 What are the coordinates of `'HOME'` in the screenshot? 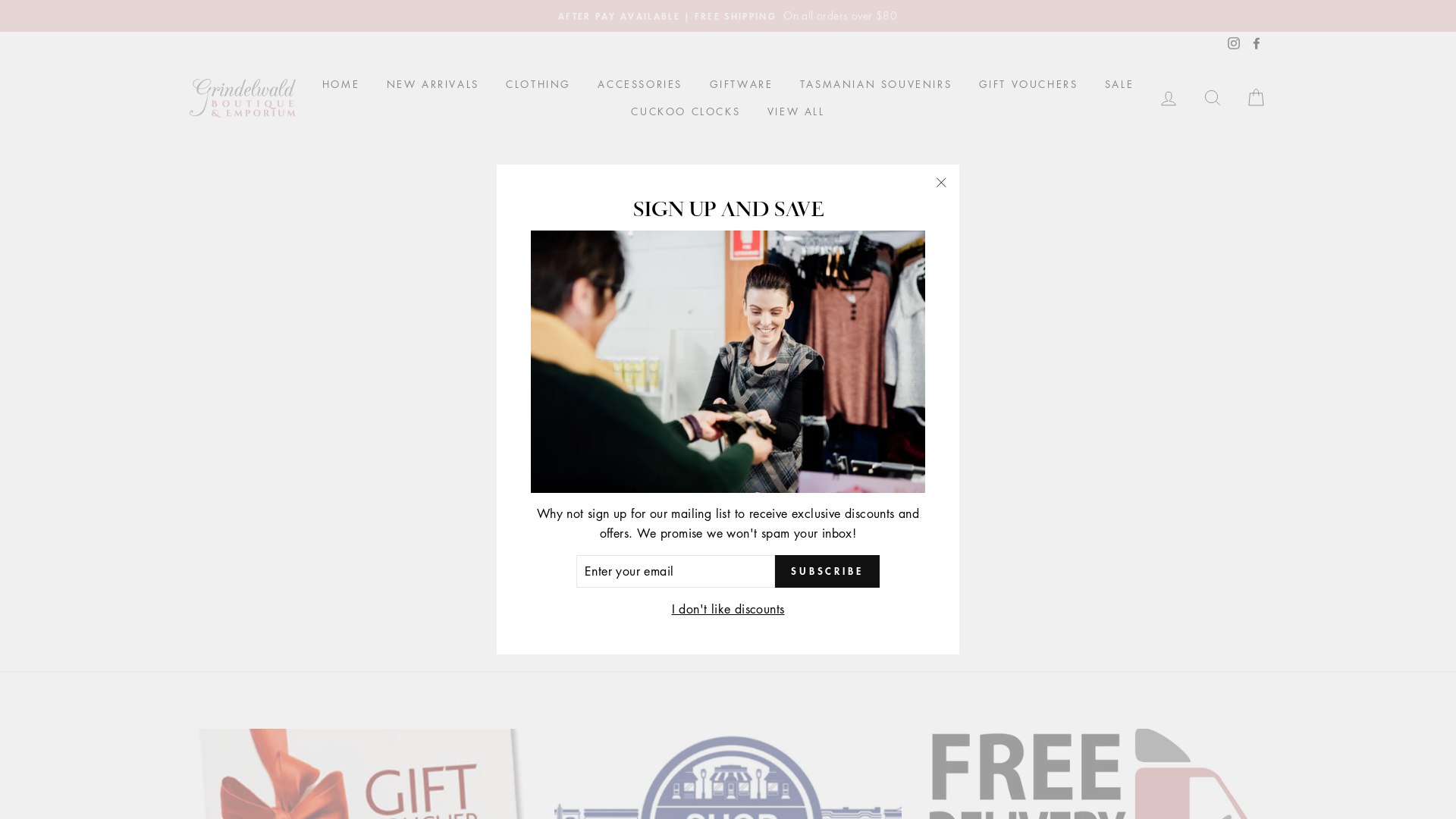 It's located at (340, 84).